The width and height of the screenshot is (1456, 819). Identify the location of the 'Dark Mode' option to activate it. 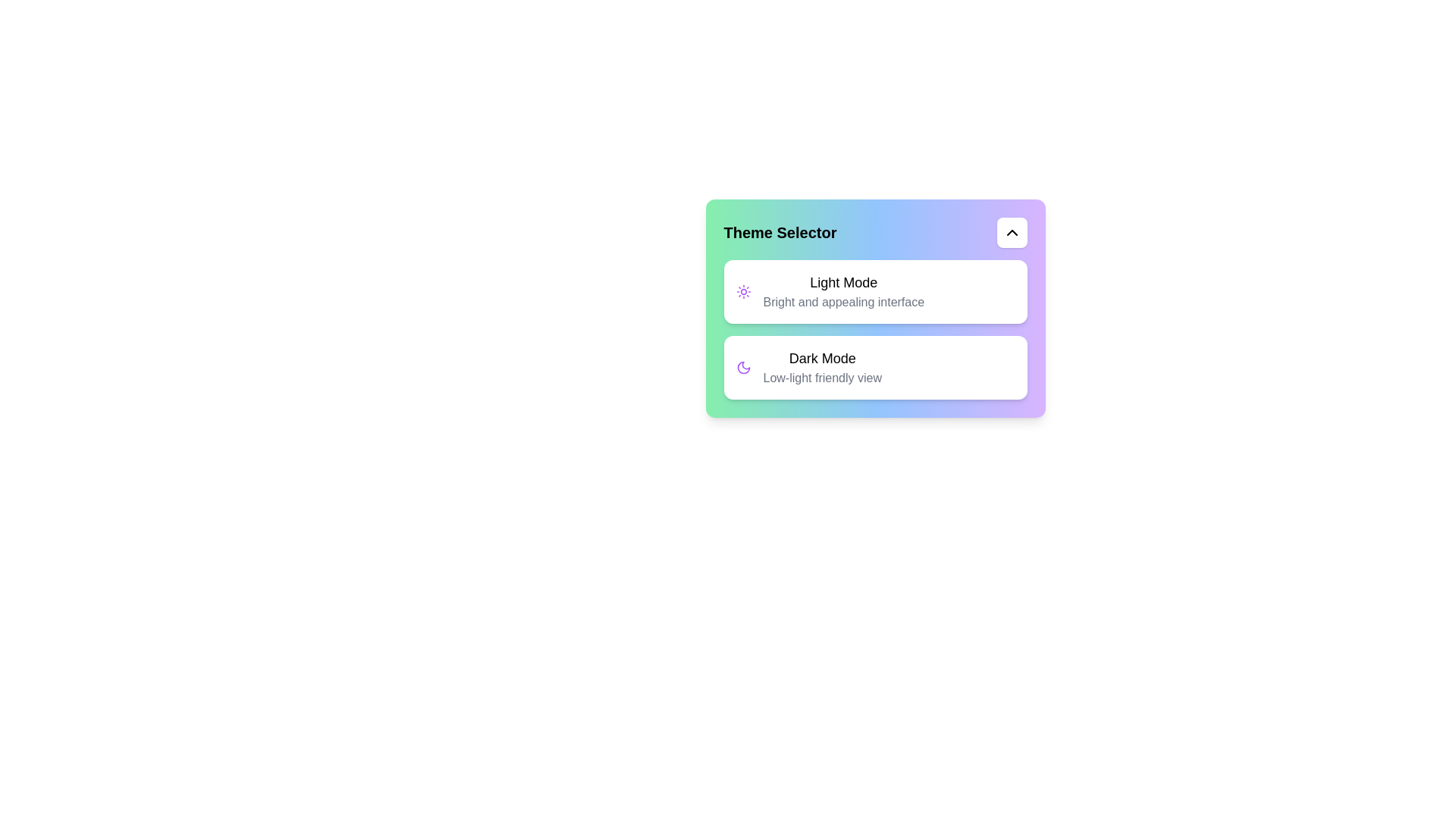
(875, 368).